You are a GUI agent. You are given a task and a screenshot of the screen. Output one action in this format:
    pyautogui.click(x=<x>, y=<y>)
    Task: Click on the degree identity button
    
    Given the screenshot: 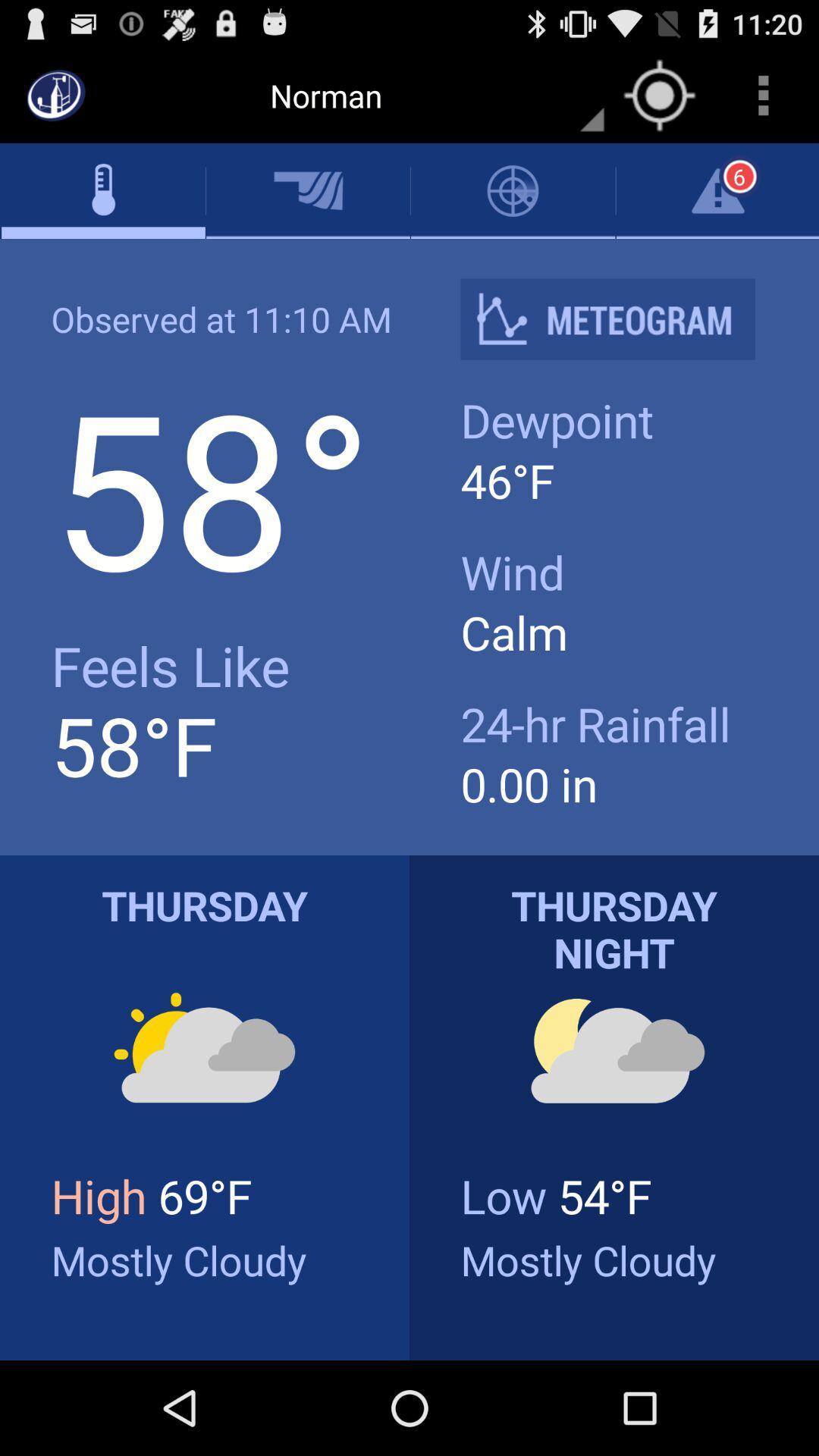 What is the action you would take?
    pyautogui.click(x=620, y=318)
    